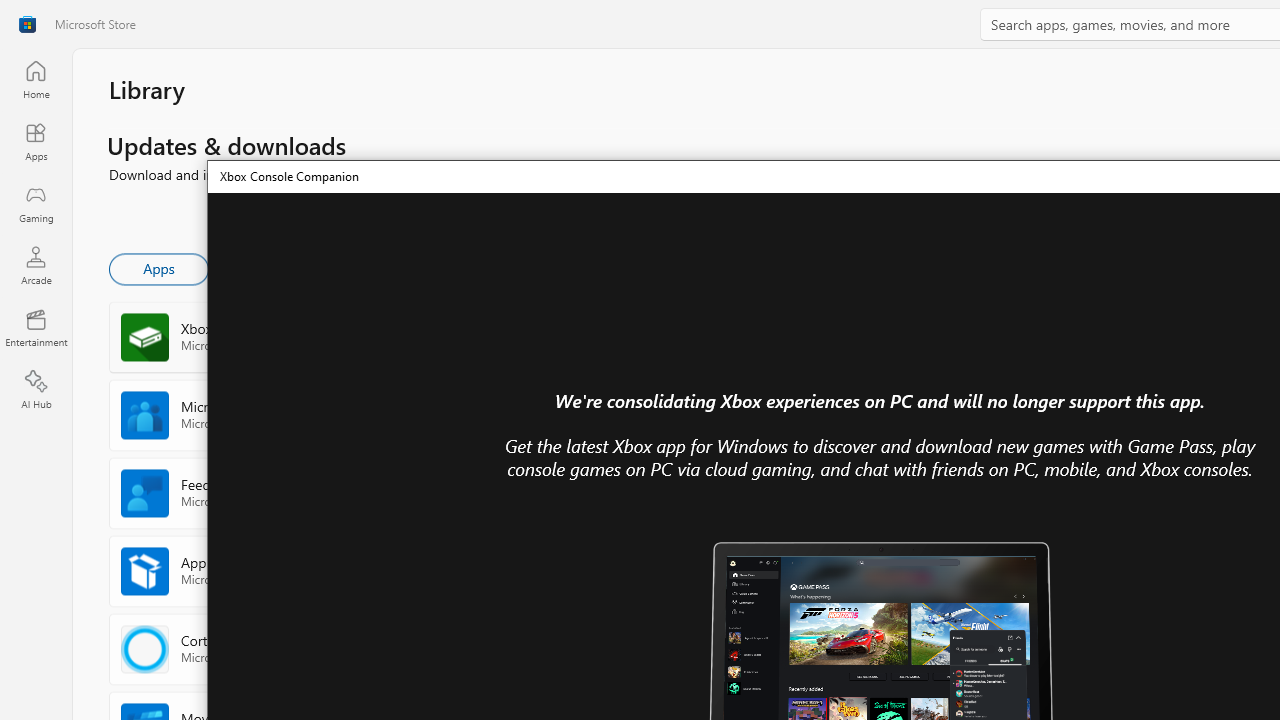 This screenshot has width=1280, height=720. I want to click on 'Apps', so click(35, 140).